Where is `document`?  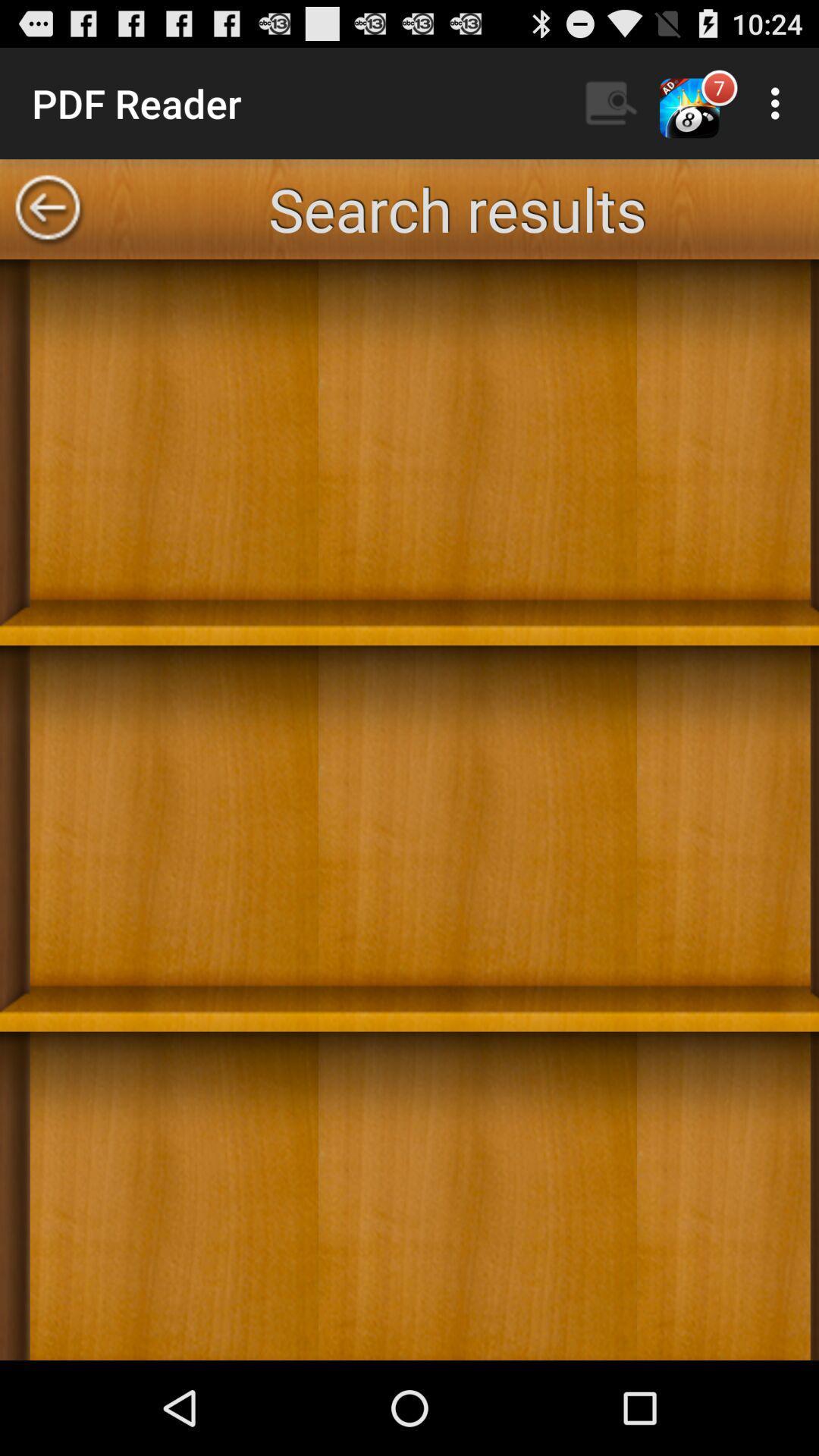
document is located at coordinates (409, 809).